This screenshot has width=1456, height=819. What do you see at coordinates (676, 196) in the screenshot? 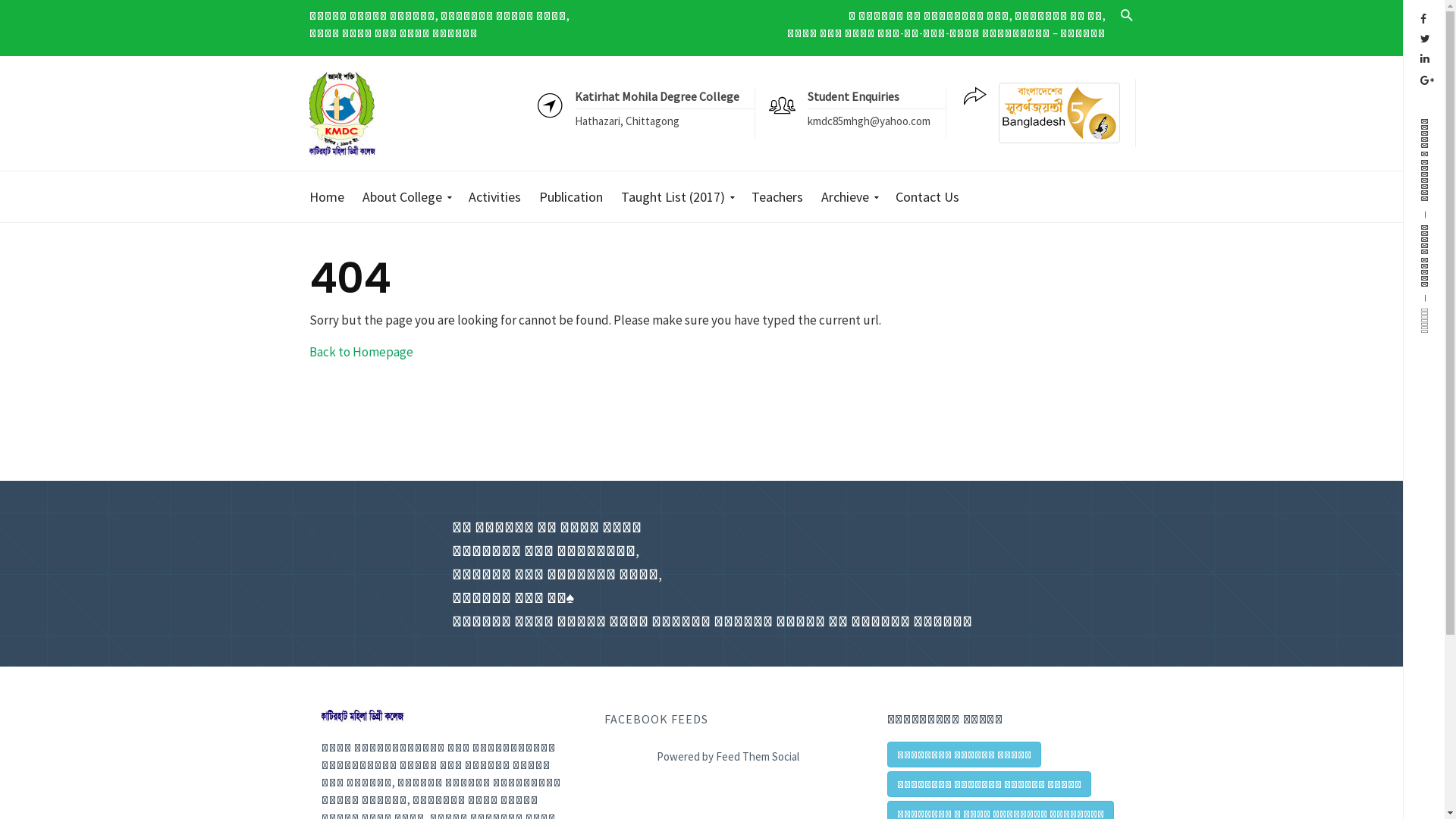
I see `'Taught List (2017)'` at bounding box center [676, 196].